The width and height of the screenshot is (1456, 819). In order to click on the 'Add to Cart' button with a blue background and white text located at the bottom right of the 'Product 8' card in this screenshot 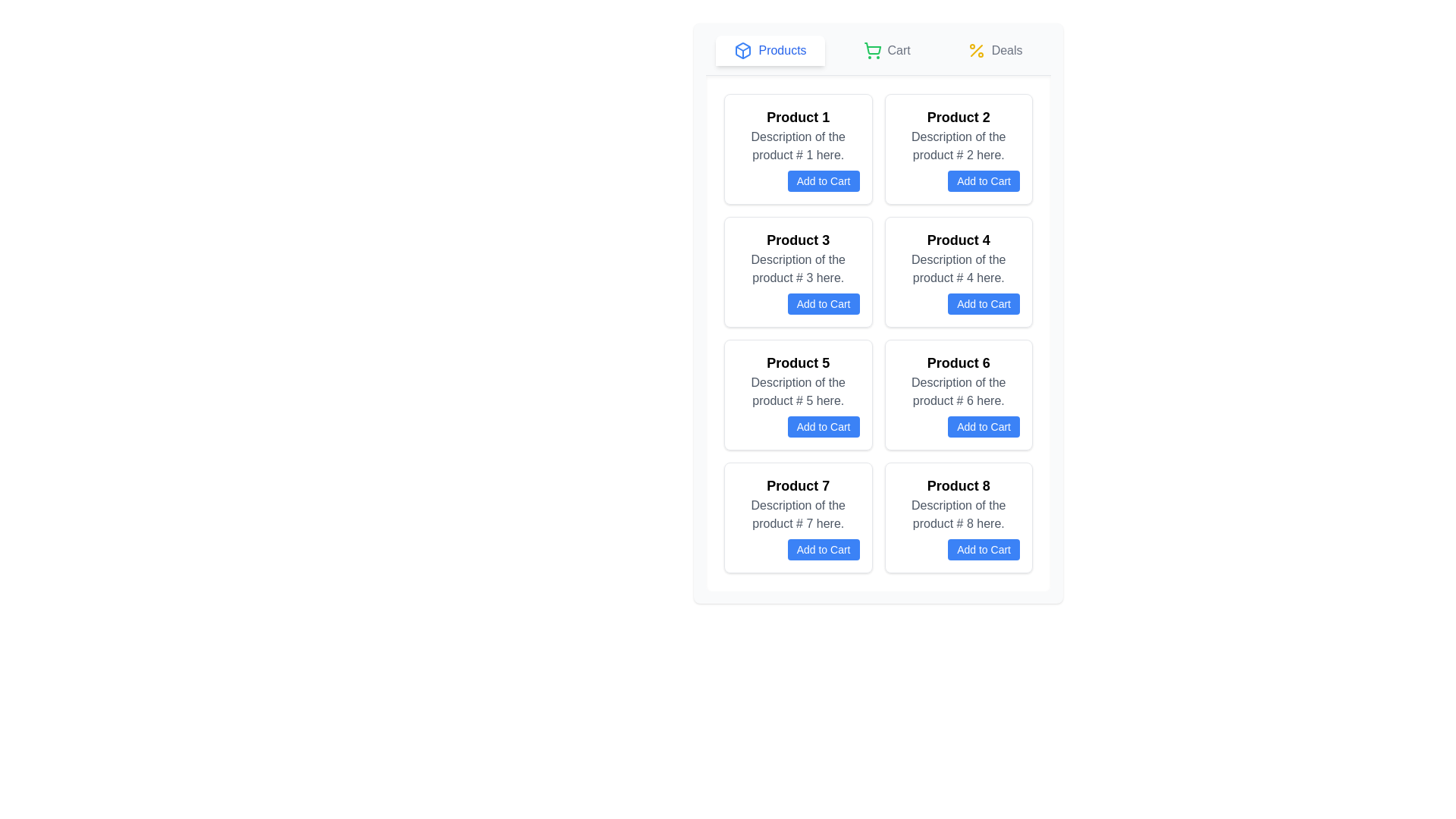, I will do `click(984, 550)`.